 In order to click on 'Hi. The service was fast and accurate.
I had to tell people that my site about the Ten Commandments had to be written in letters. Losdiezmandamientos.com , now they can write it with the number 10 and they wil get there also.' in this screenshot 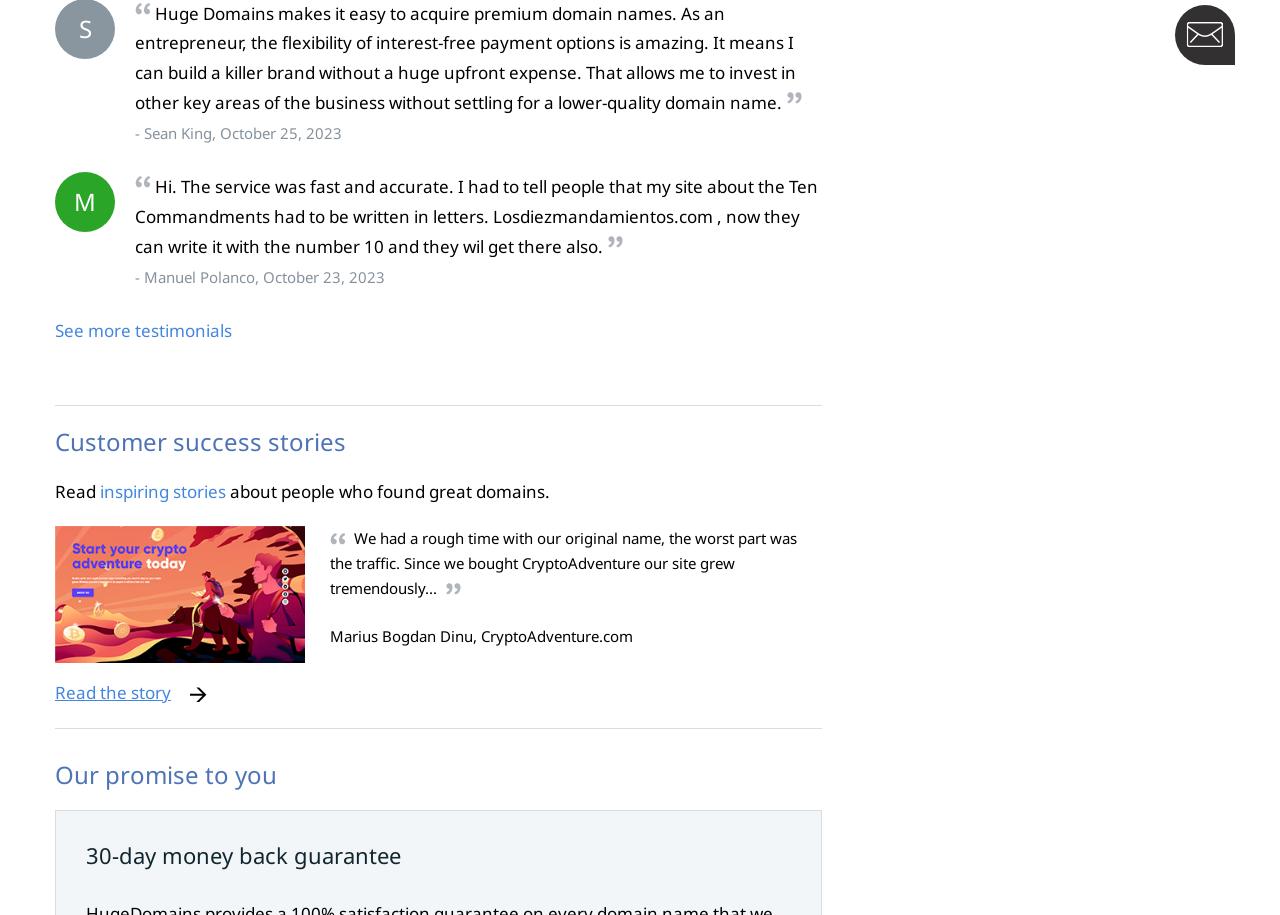, I will do `click(475, 216)`.